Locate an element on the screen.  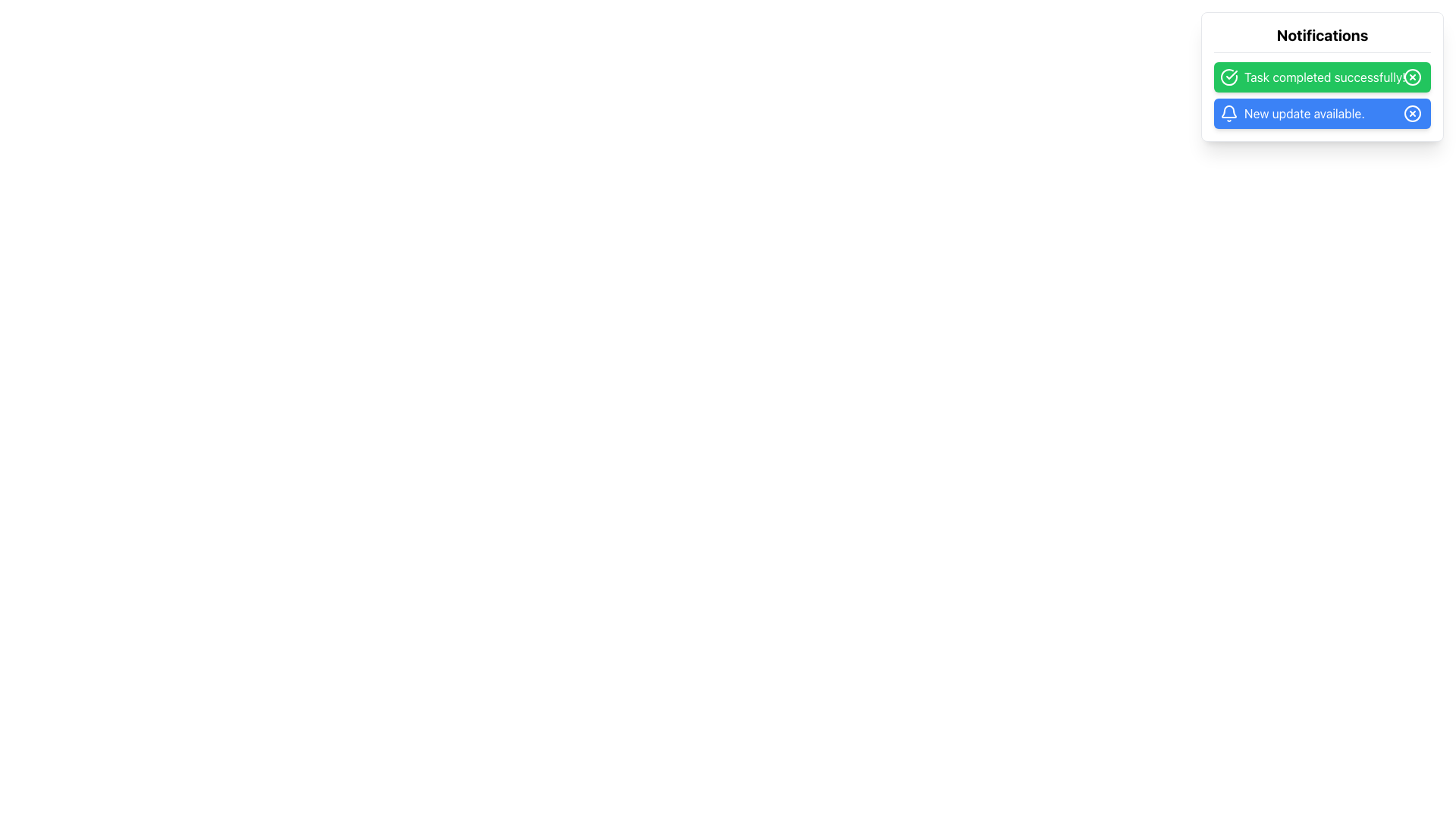
the notification icon in the second notification row titled 'New update available.' is located at coordinates (1229, 111).